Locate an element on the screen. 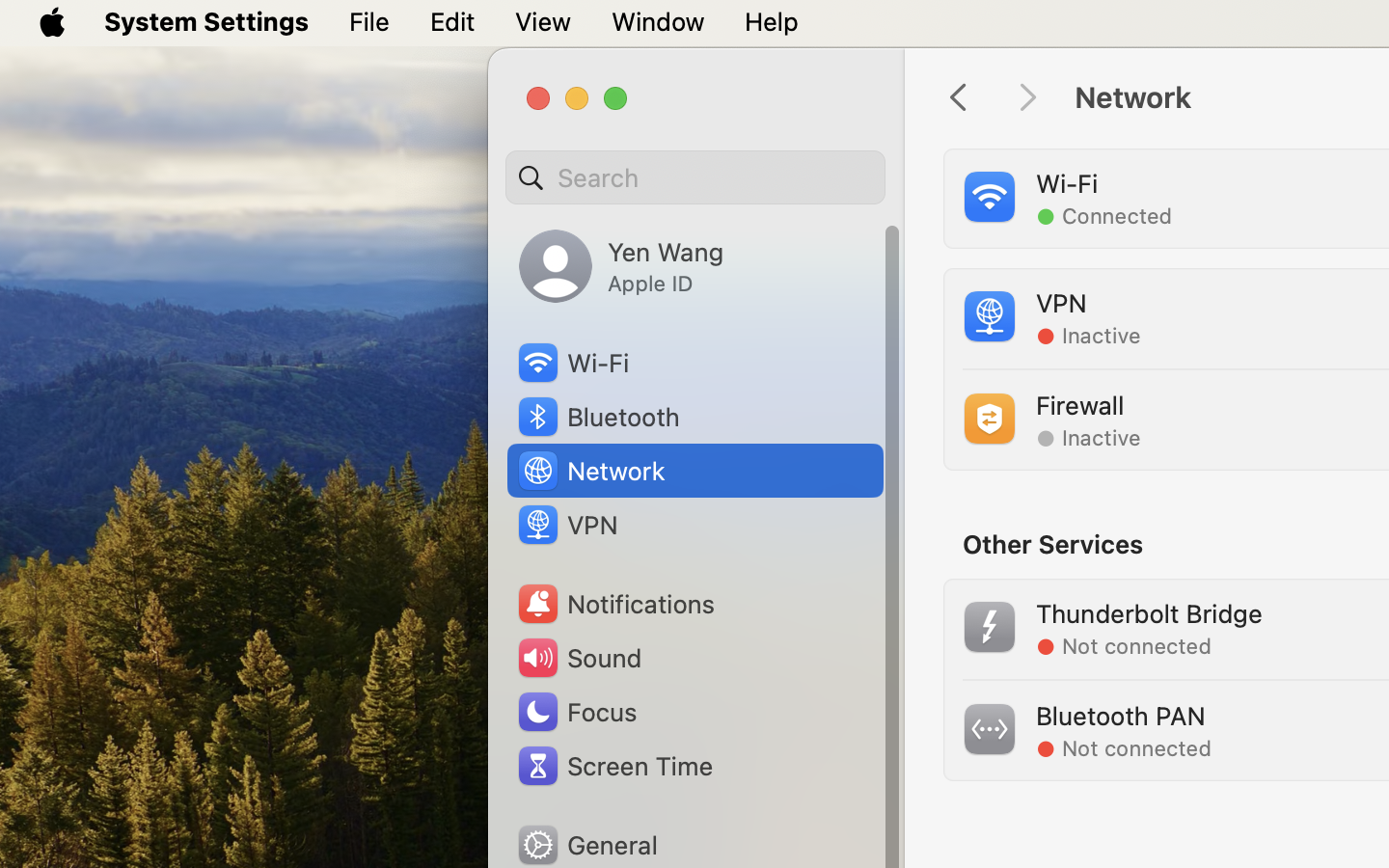  'VPN' is located at coordinates (565, 523).